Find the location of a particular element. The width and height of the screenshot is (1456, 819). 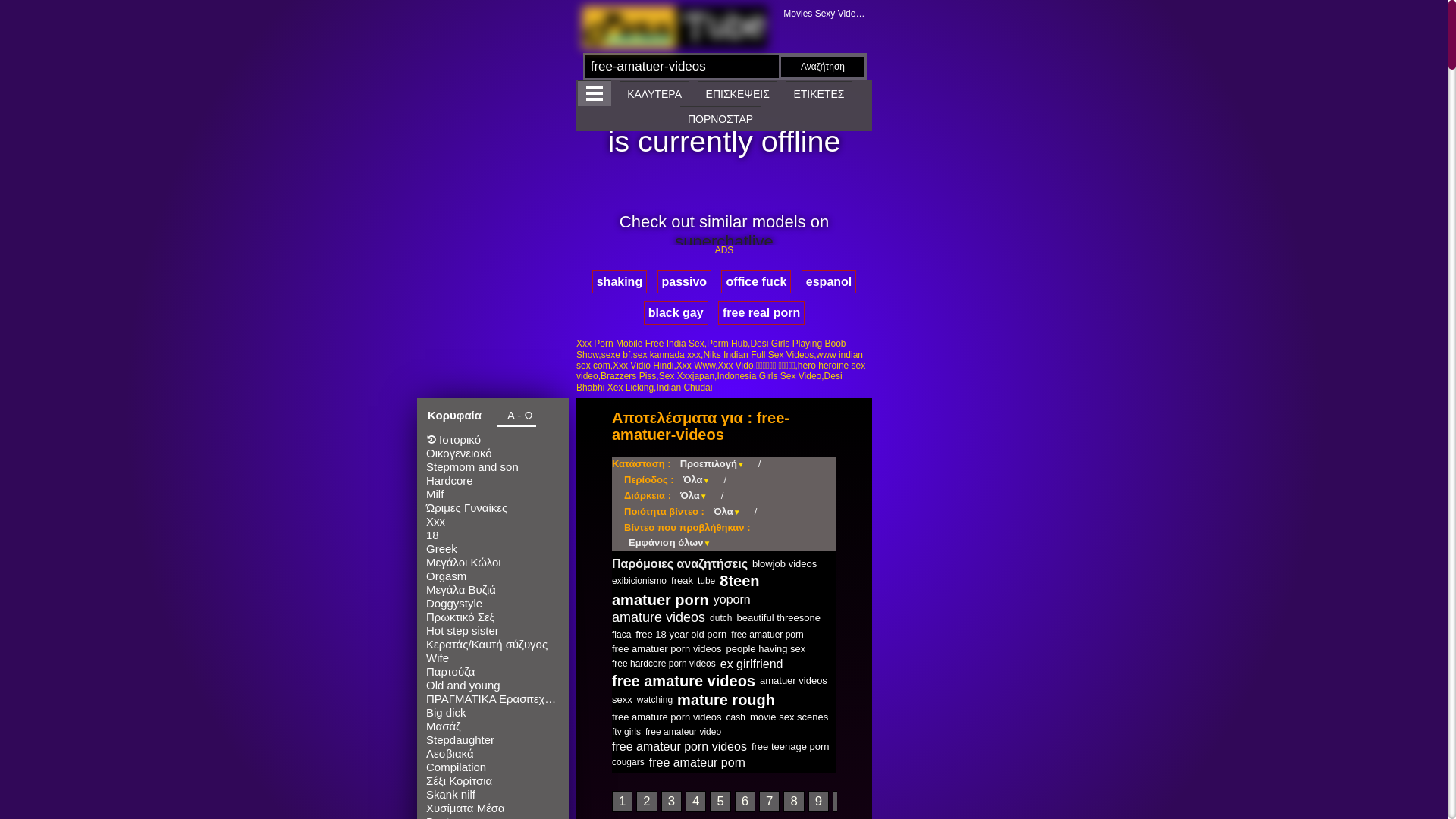

'Skank nilf' is located at coordinates (425, 794).